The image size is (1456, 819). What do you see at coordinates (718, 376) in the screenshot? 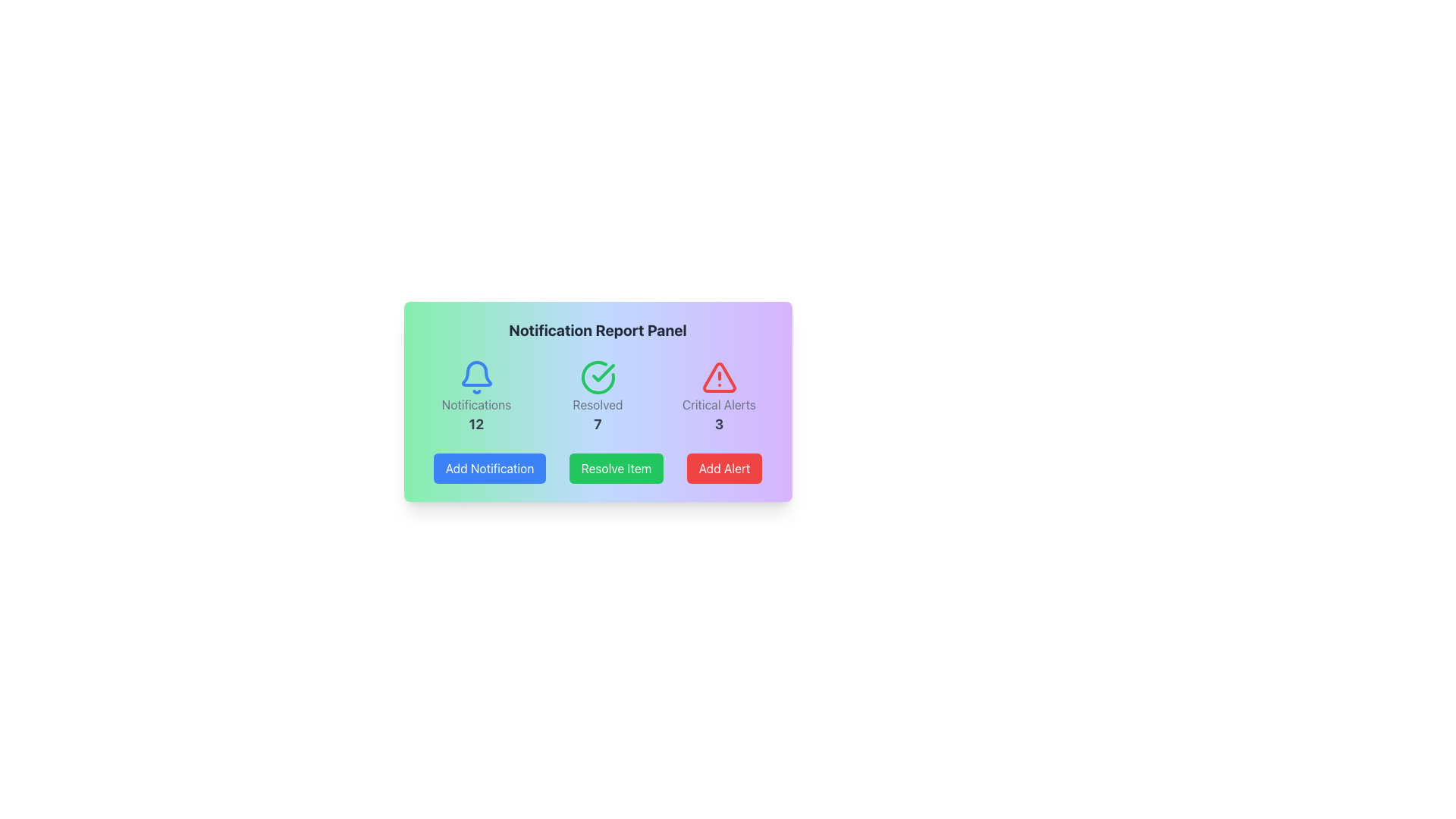
I see `the critical alerts icon located next to the 'Critical Alerts' label in the Notification Report Panel` at bounding box center [718, 376].